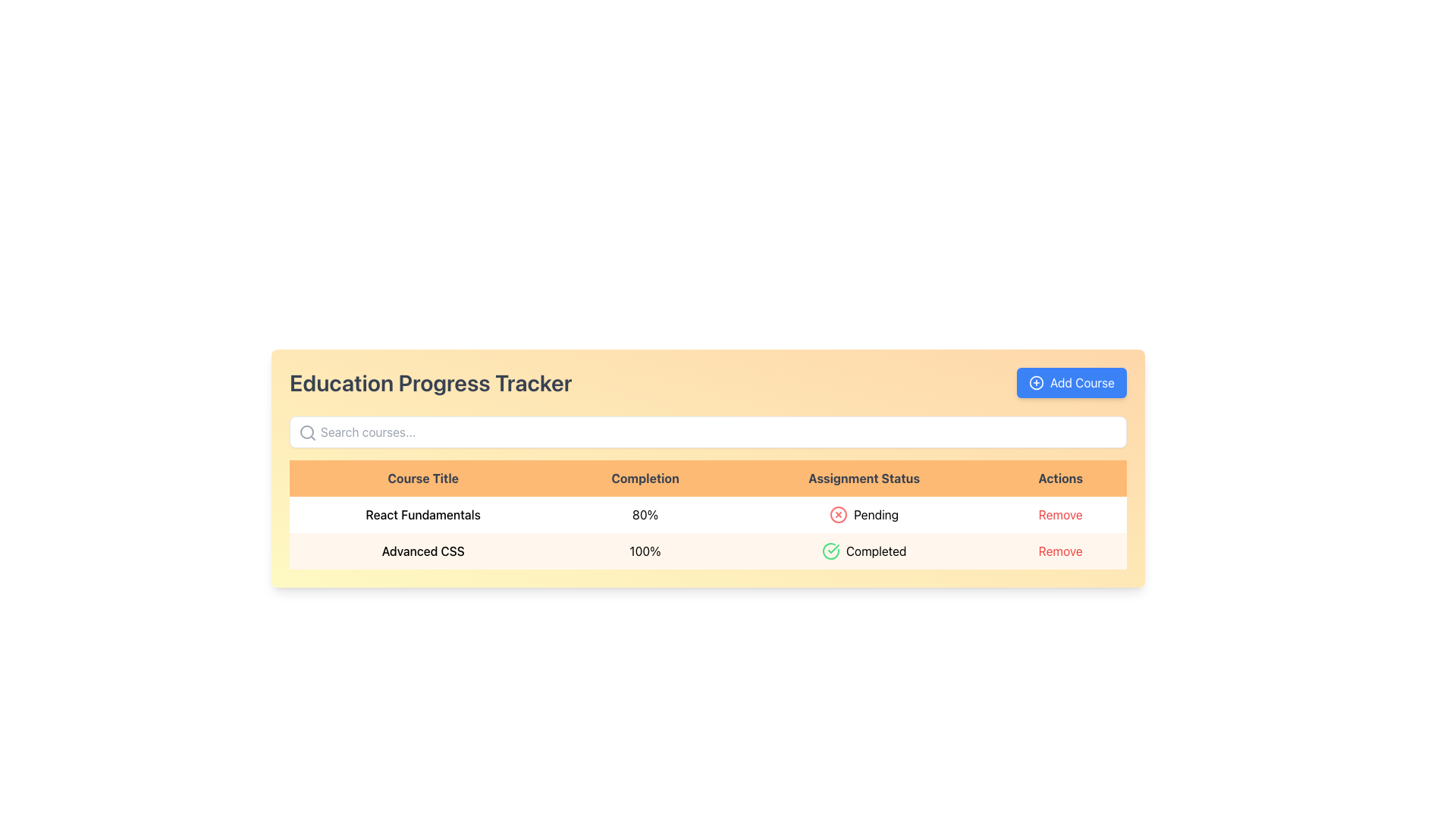 This screenshot has width=1456, height=819. Describe the element at coordinates (430, 382) in the screenshot. I see `the static text label that serves as a title or heading for the section, positioned above a search bar and aligned with the 'Add Course' button` at that location.